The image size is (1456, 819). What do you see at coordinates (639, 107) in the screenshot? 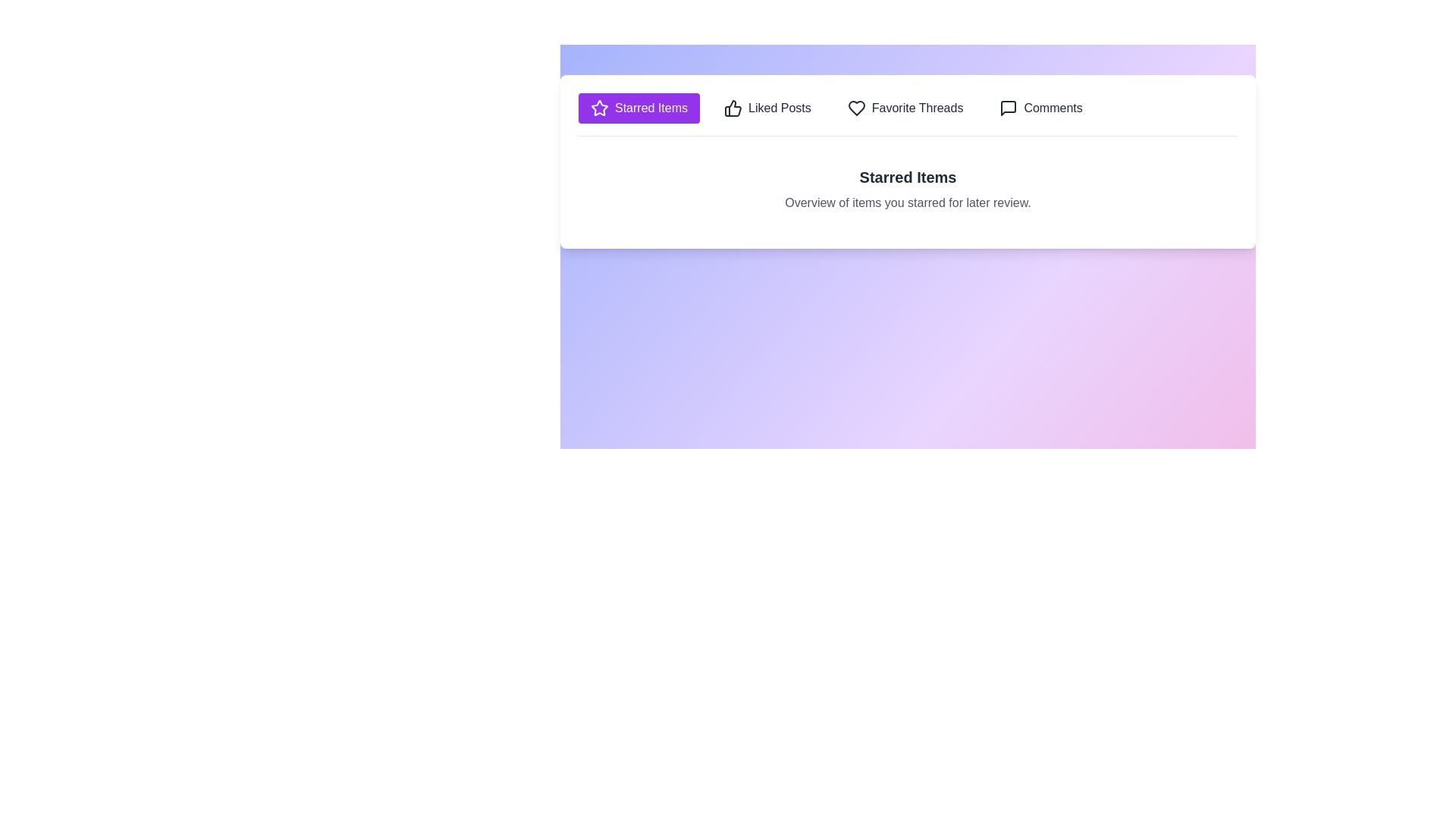
I see `the tab labeled Starred Items` at bounding box center [639, 107].